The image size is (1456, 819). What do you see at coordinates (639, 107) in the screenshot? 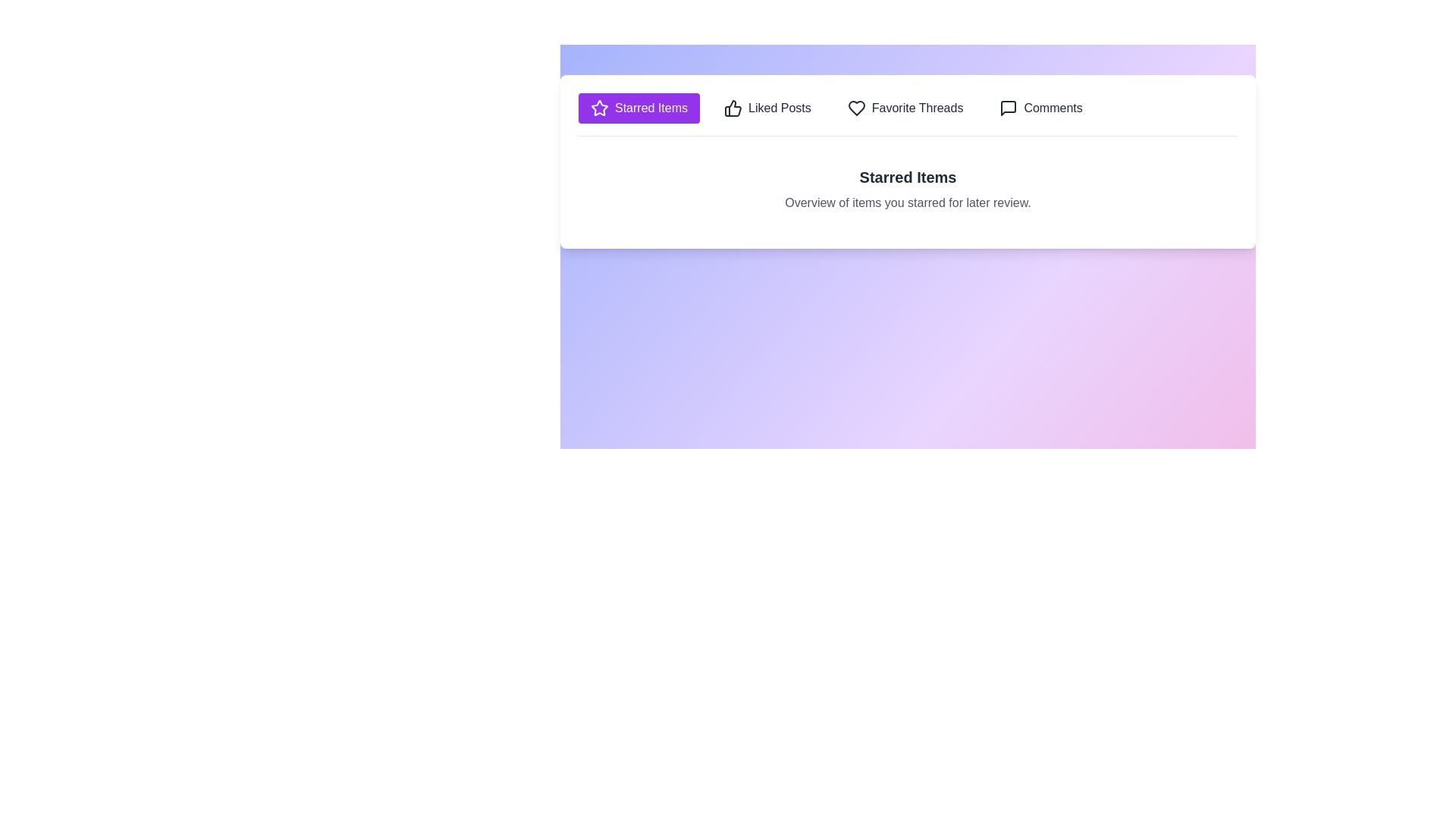
I see `the tab labeled Starred Items` at bounding box center [639, 107].